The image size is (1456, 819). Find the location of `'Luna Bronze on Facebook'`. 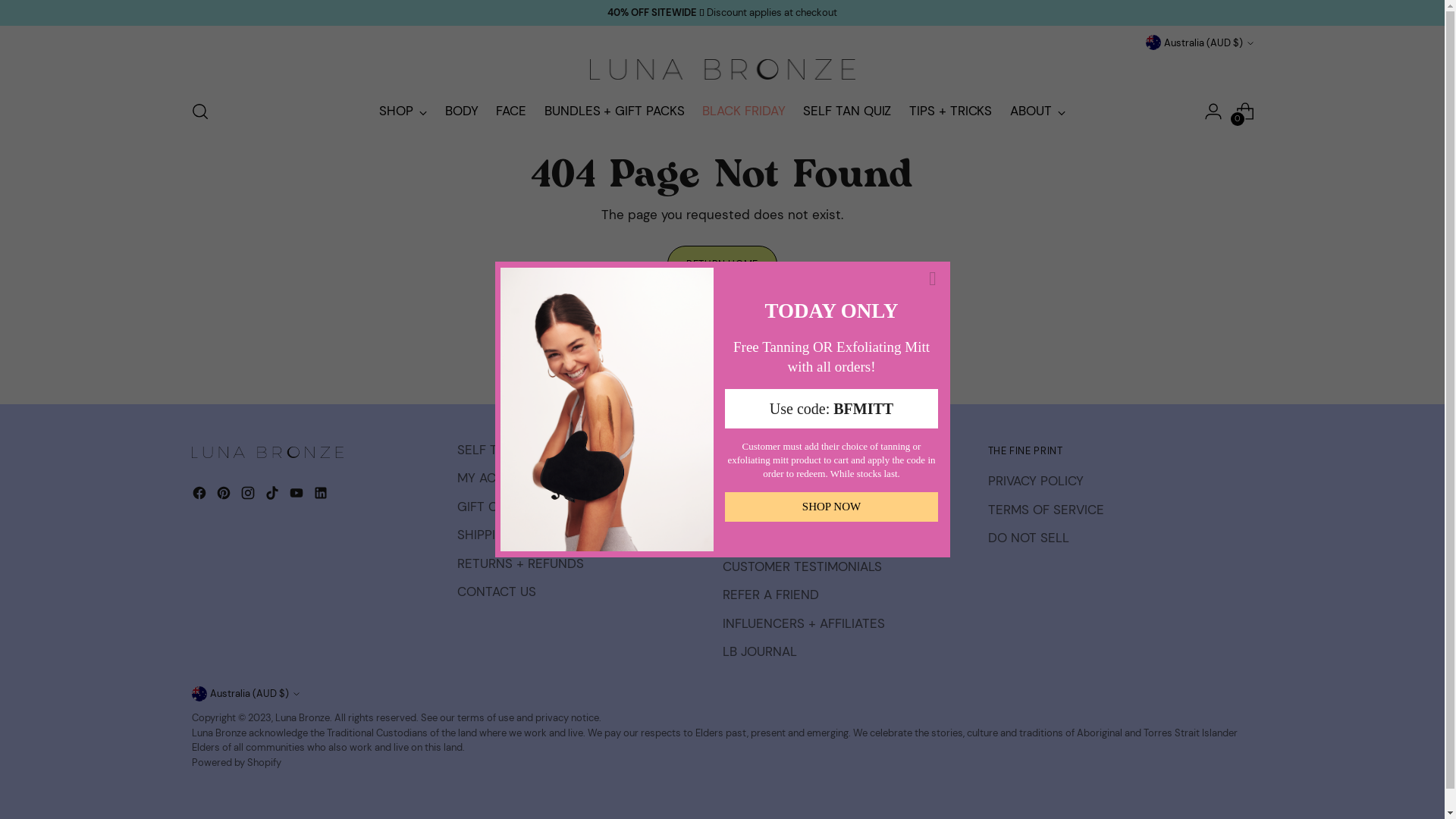

'Luna Bronze on Facebook' is located at coordinates (199, 496).